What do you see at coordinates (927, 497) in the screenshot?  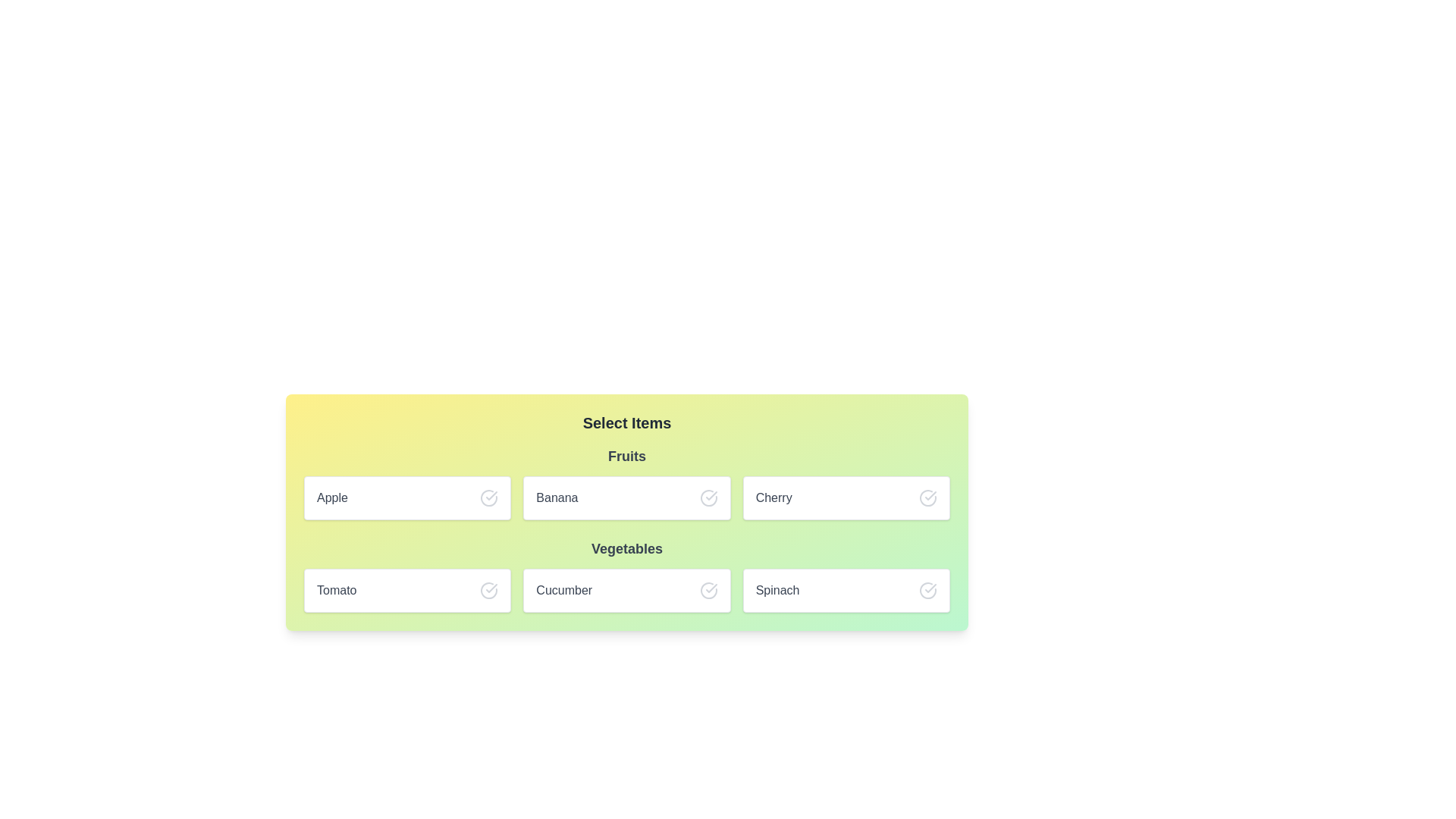 I see `the graphical checkmark icon encased within a circle, which is located to the right of the text 'Cherry' in the 'Fruits' section` at bounding box center [927, 497].